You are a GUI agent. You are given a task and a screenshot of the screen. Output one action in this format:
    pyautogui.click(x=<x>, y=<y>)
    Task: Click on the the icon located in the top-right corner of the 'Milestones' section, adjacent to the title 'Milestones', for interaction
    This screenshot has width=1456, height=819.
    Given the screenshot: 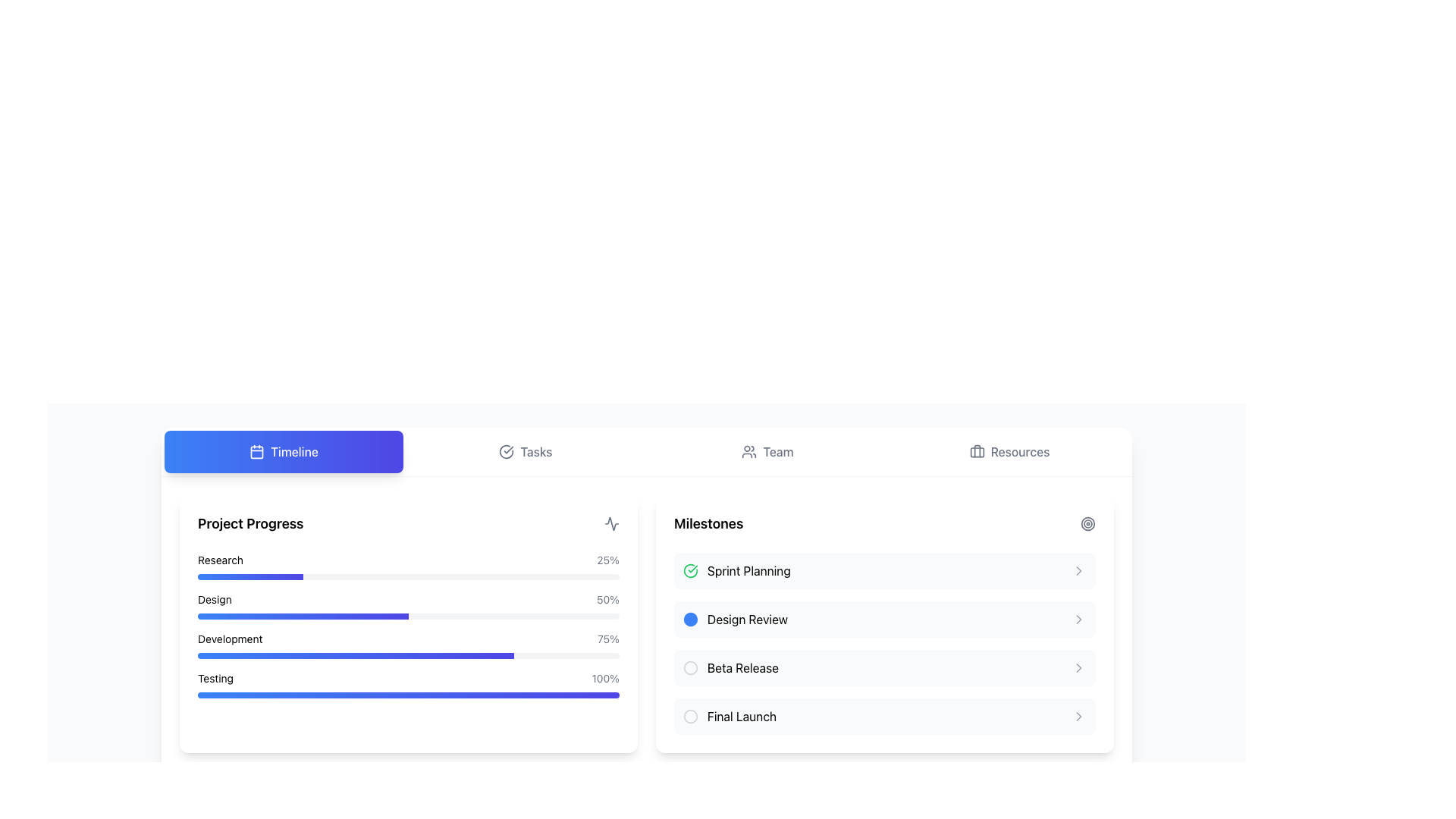 What is the action you would take?
    pyautogui.click(x=1087, y=522)
    